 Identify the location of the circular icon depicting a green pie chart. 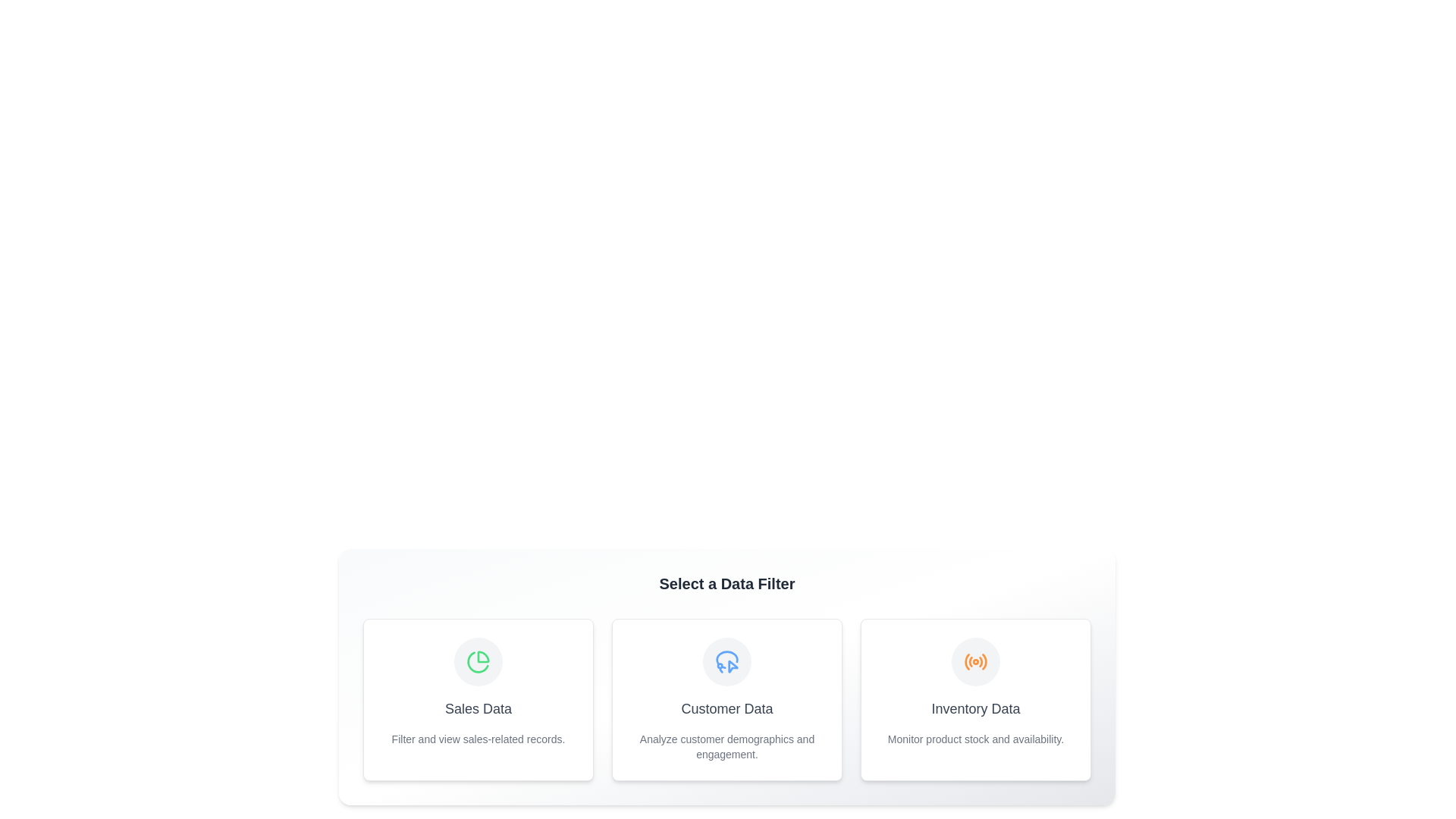
(477, 661).